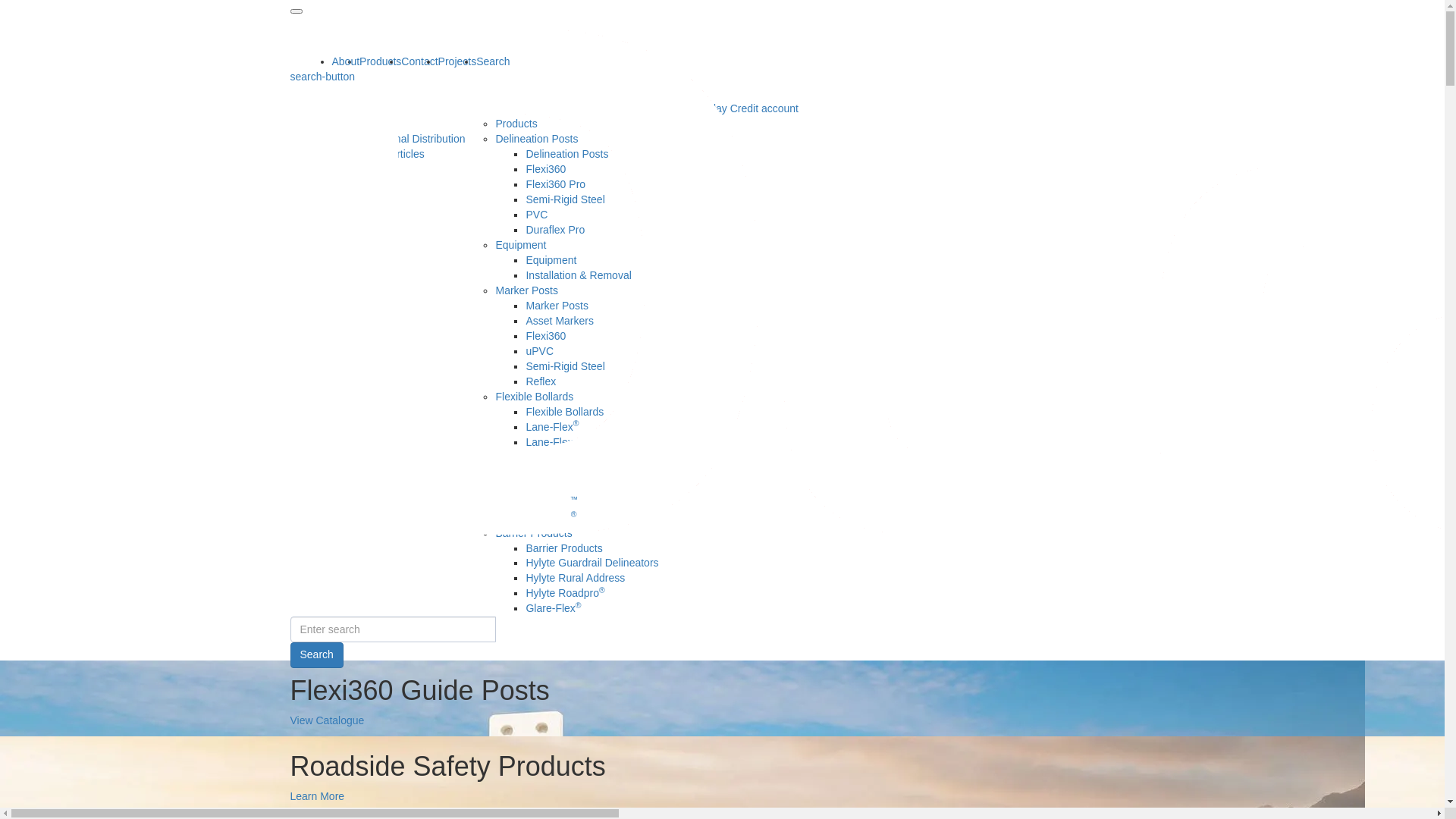 This screenshot has width=1456, height=819. What do you see at coordinates (563, 412) in the screenshot?
I see `'Flexible Bollards'` at bounding box center [563, 412].